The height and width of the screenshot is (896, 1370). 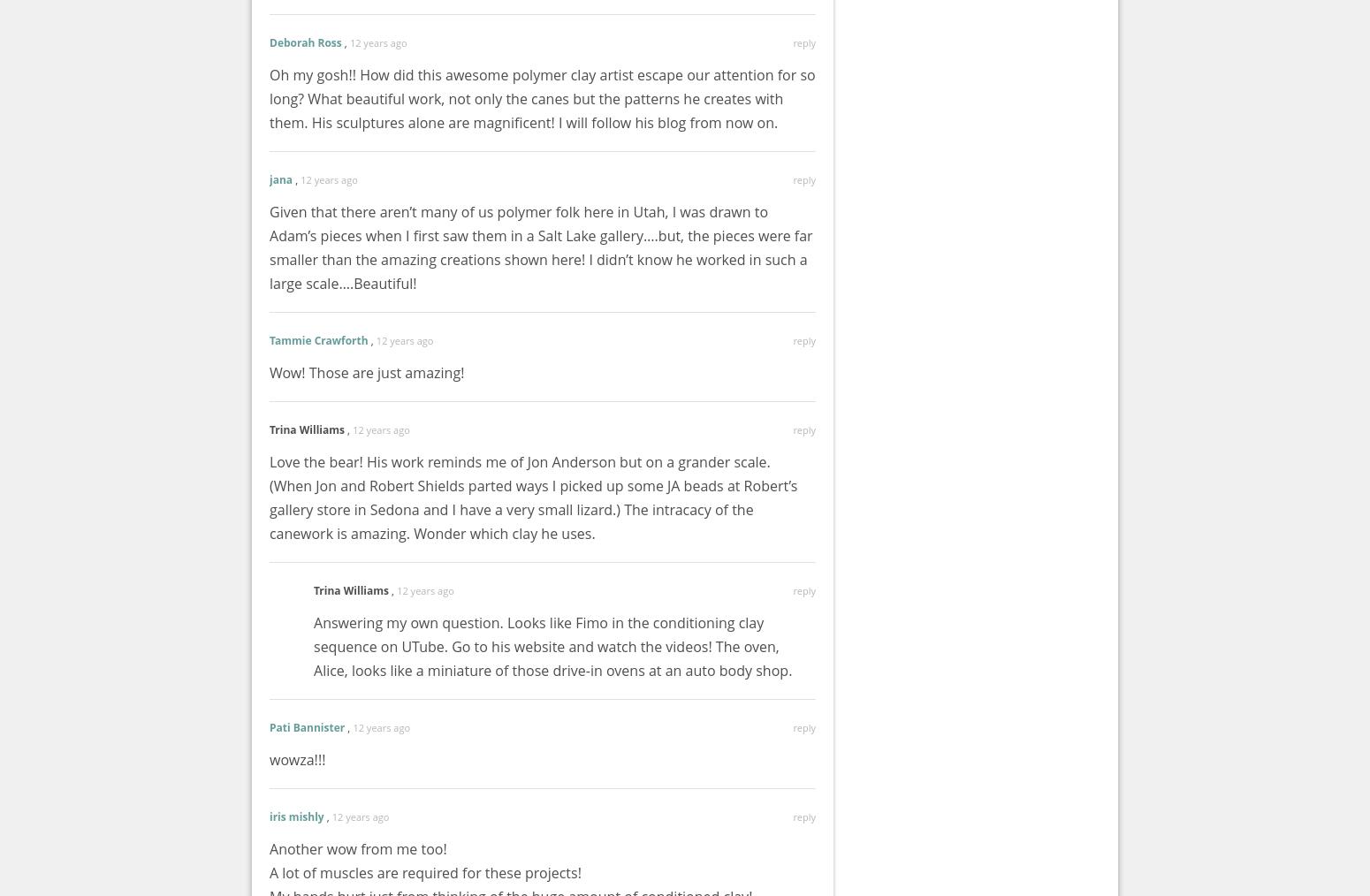 I want to click on 'A lot of muscles are required for these projects!', so click(x=423, y=873).